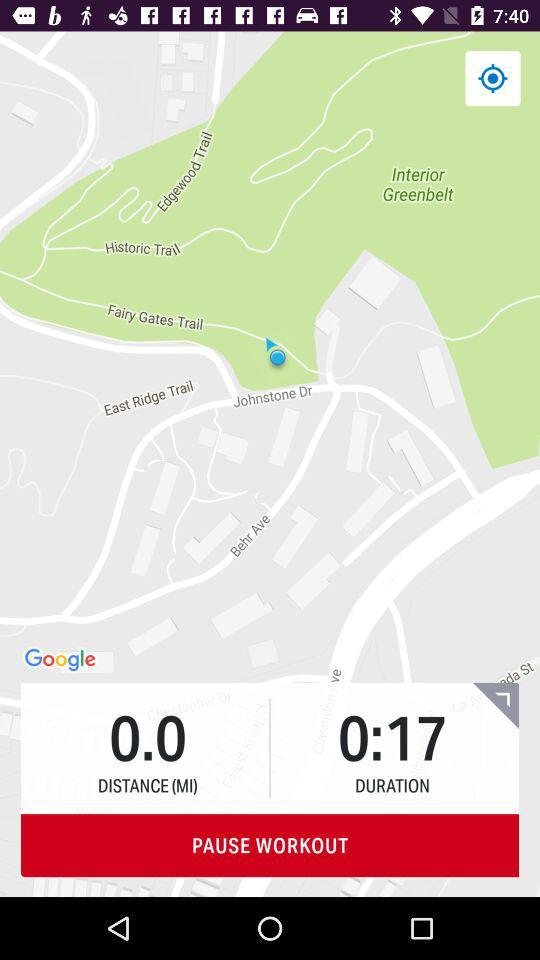  I want to click on expand workout screen, so click(494, 705).